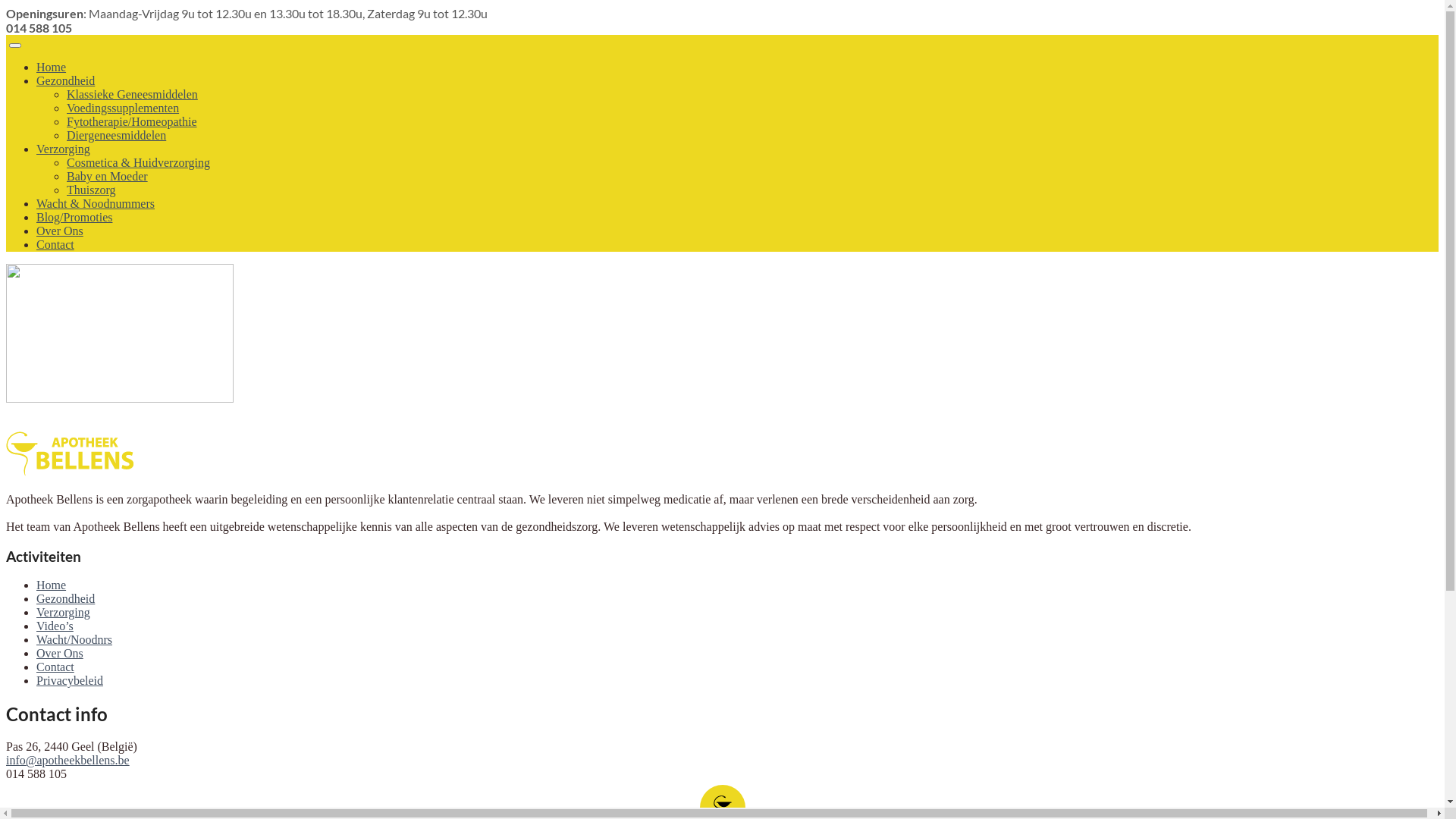 The image size is (1456, 819). Describe the element at coordinates (51, 584) in the screenshot. I see `'Home'` at that location.